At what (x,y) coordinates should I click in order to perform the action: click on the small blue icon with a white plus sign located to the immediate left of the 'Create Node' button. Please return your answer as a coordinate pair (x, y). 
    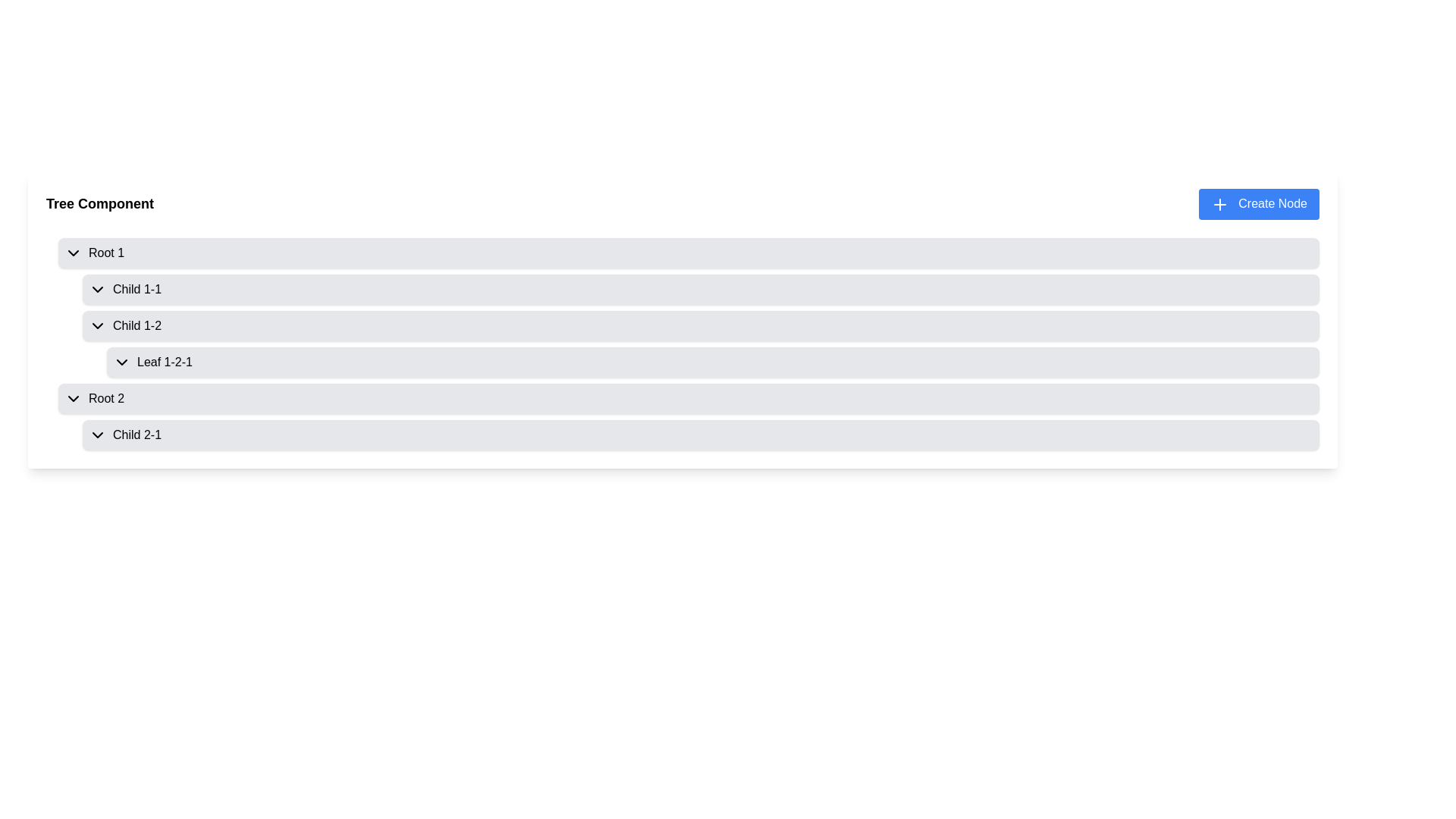
    Looking at the image, I should click on (1219, 203).